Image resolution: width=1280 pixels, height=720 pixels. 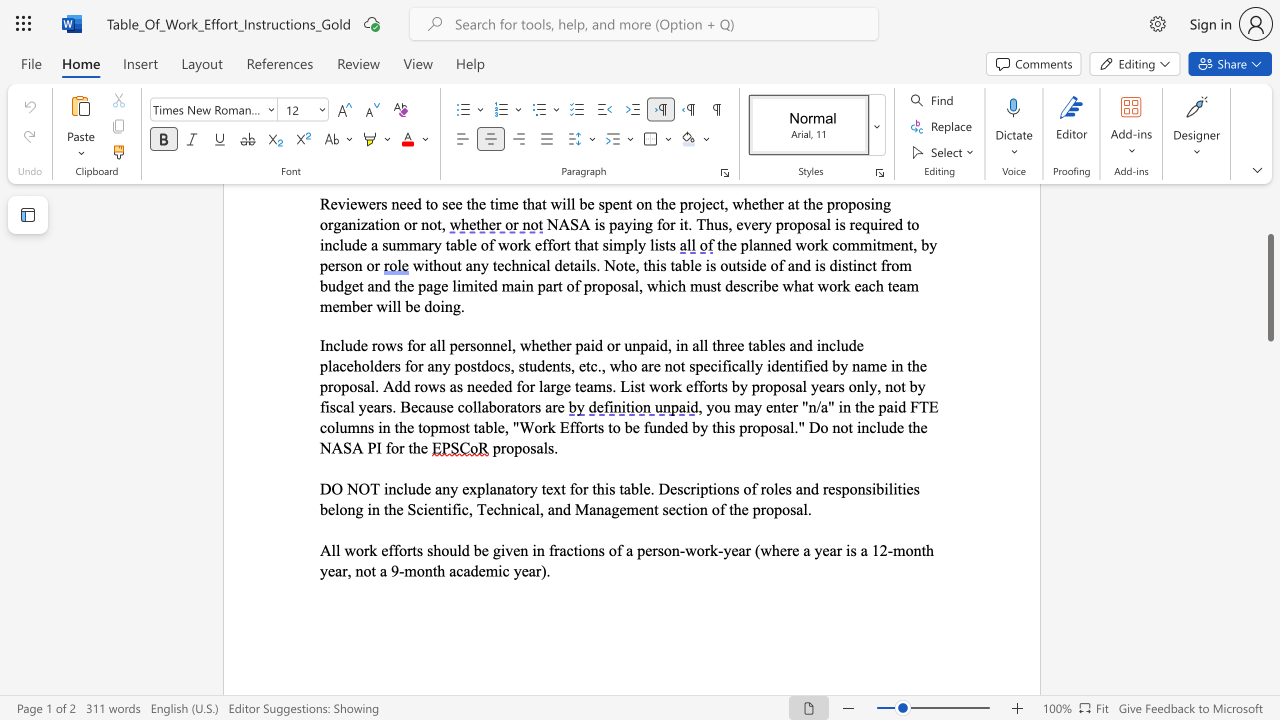 I want to click on the scrollbar and move up 130 pixels, so click(x=1269, y=287).